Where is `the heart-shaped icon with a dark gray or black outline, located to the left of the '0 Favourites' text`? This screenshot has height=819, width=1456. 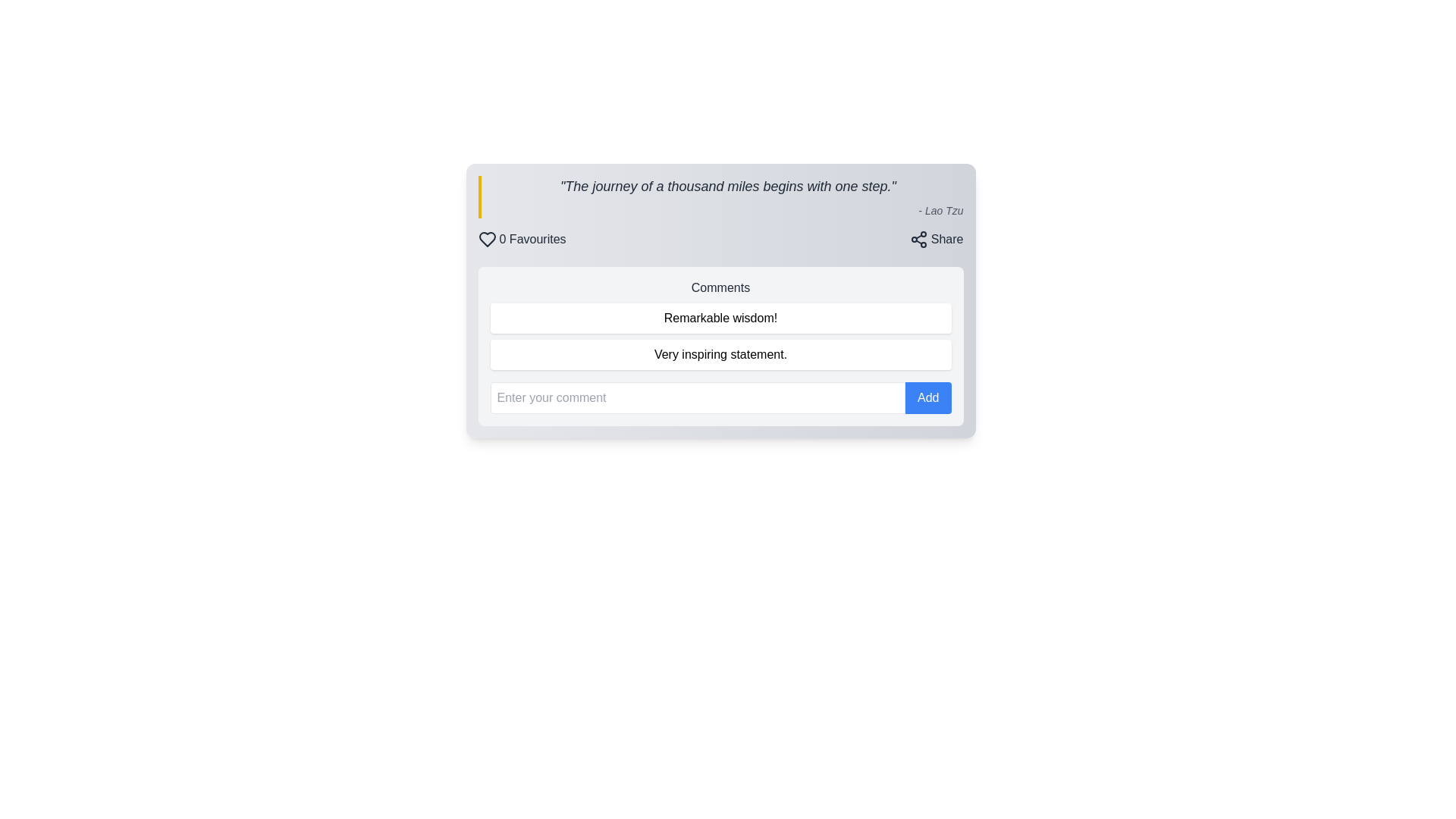 the heart-shaped icon with a dark gray or black outline, located to the left of the '0 Favourites' text is located at coordinates (487, 239).